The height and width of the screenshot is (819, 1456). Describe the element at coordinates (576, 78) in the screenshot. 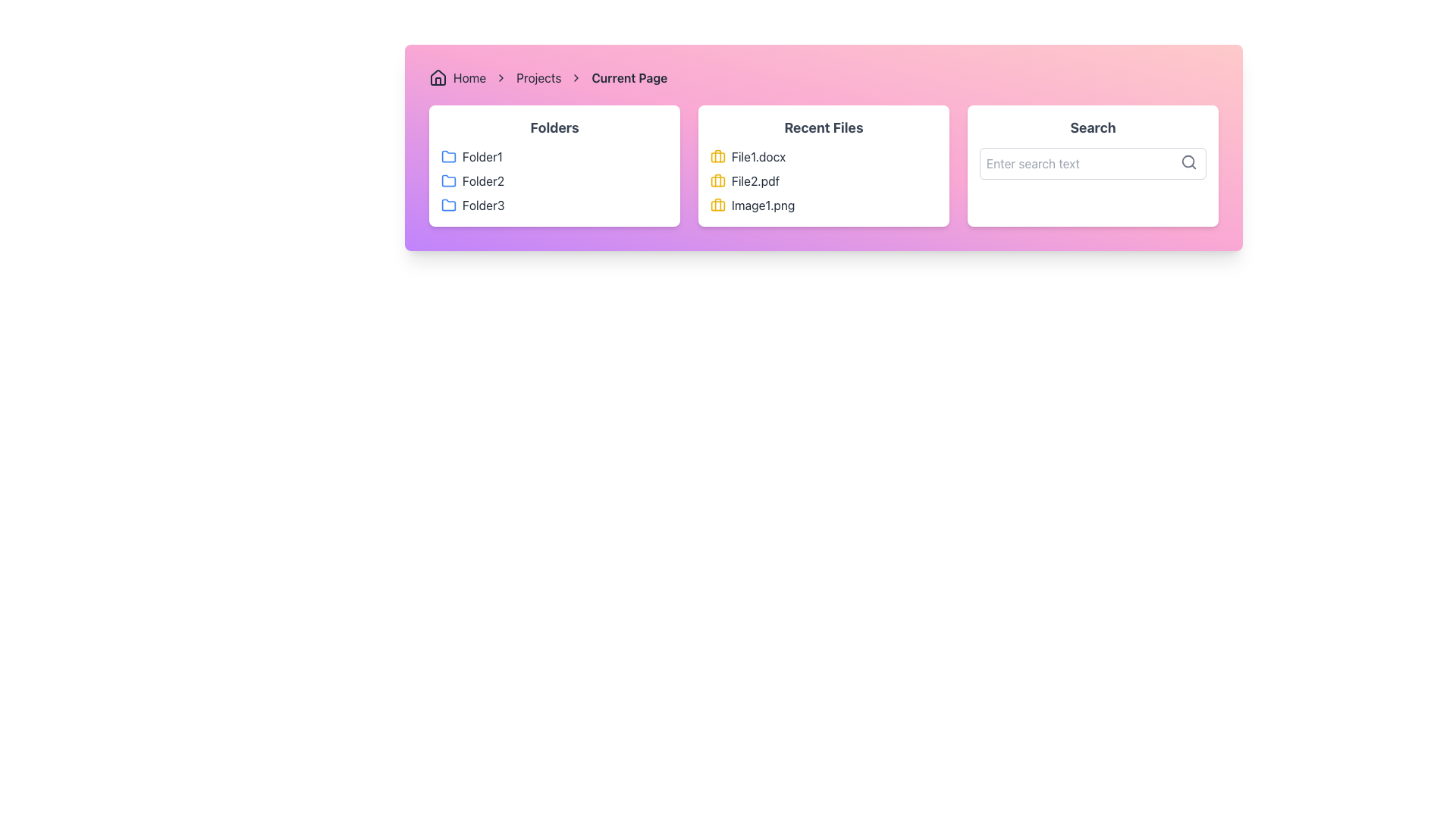

I see `the third chevron-right icon in the breadcrumb navigation, positioned between the 'Projects' text link and the 'Current Page' label` at that location.